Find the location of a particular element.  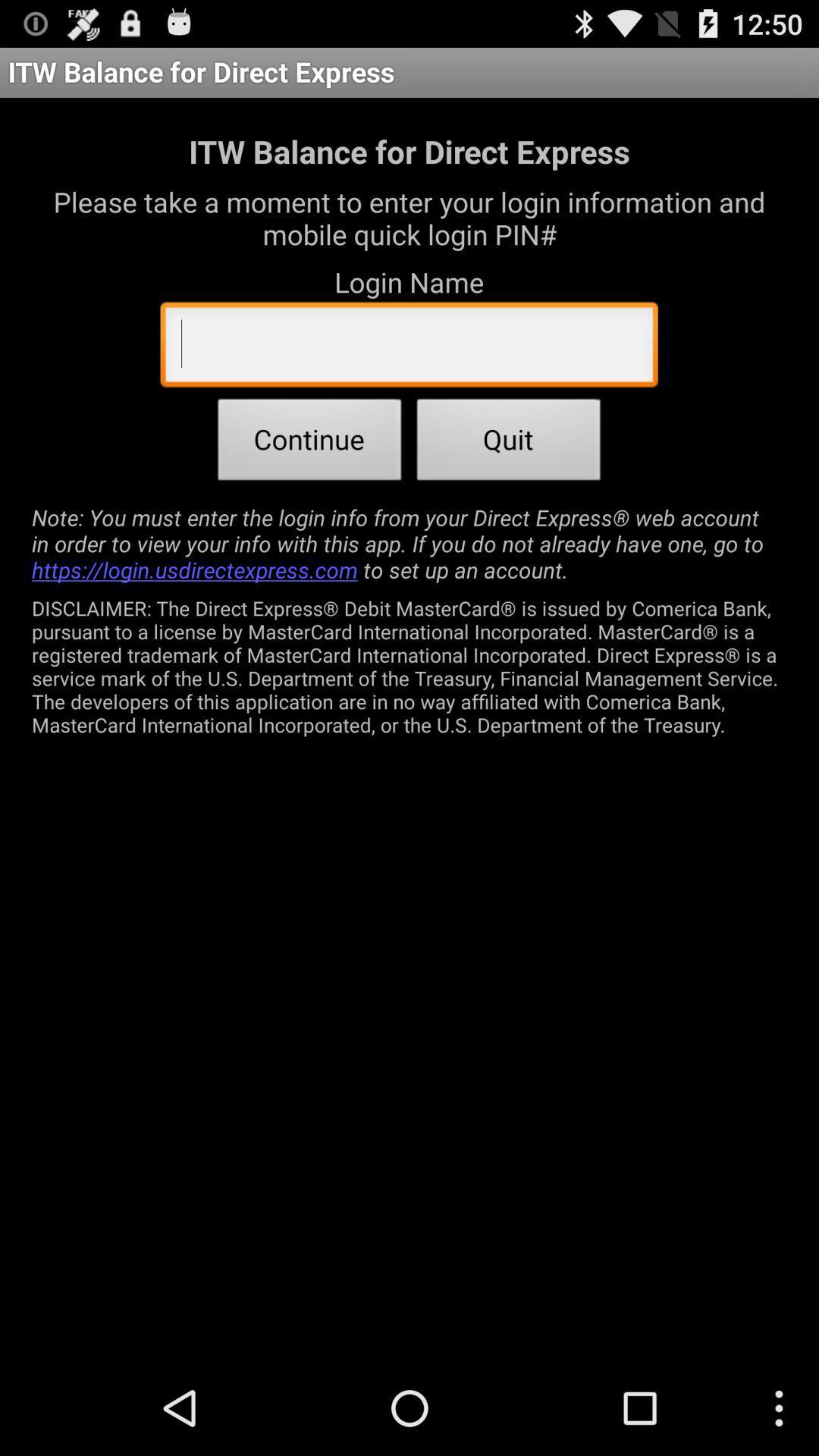

the item next to continue item is located at coordinates (509, 443).